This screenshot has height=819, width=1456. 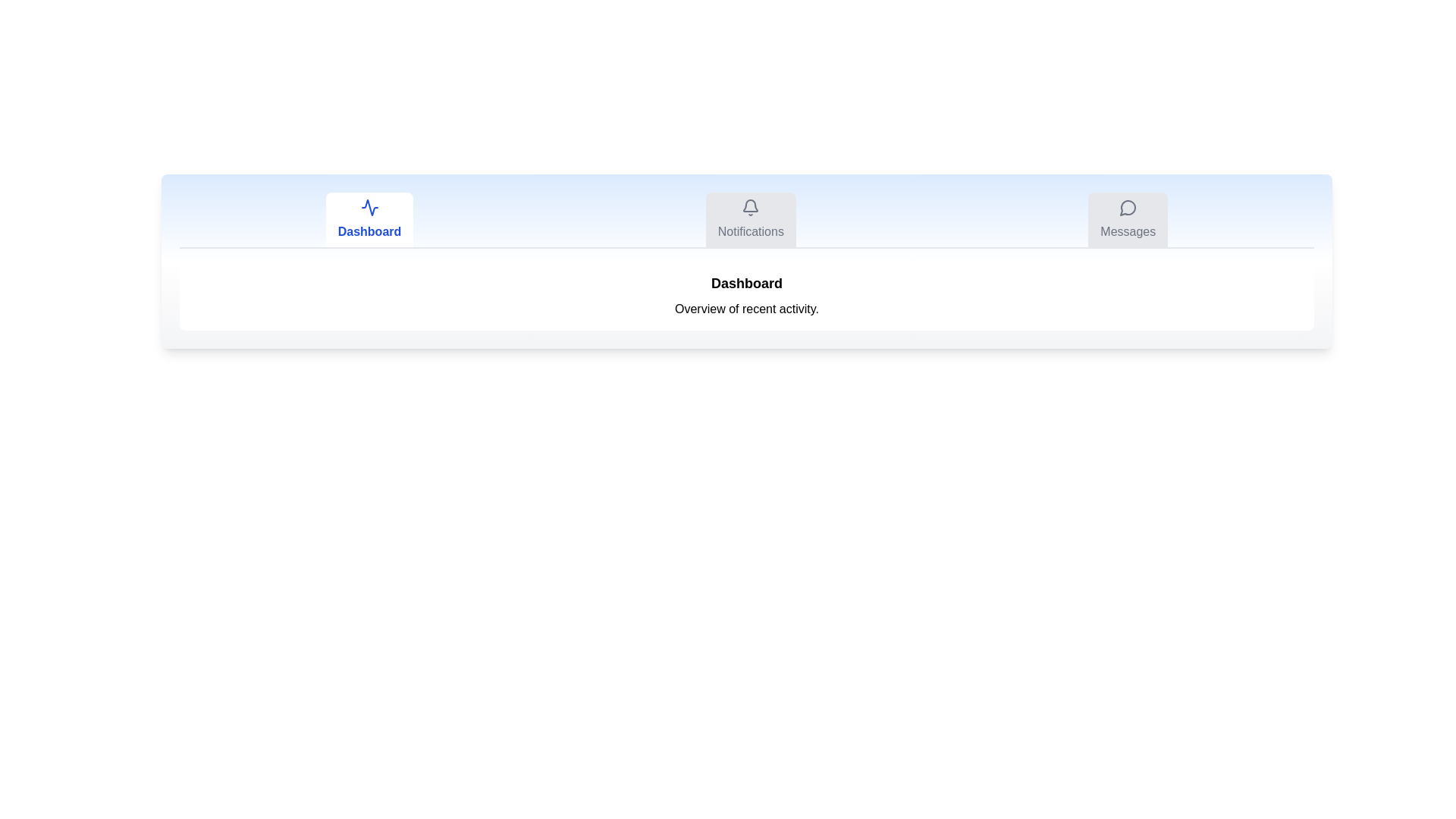 What do you see at coordinates (369, 219) in the screenshot?
I see `the tab button corresponding to Dashboard to switch sections` at bounding box center [369, 219].